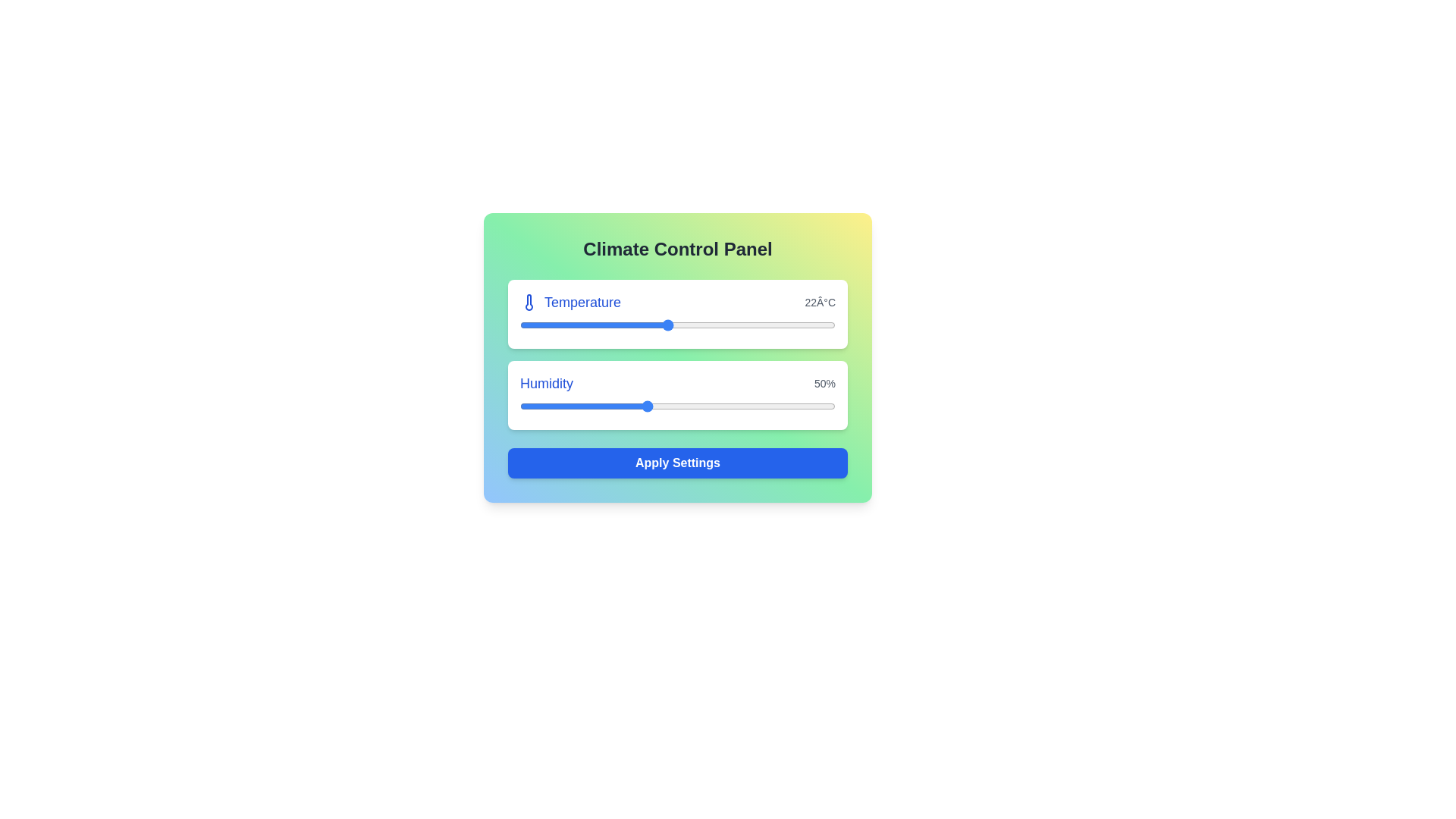 The image size is (1456, 819). I want to click on the temperature, so click(520, 324).